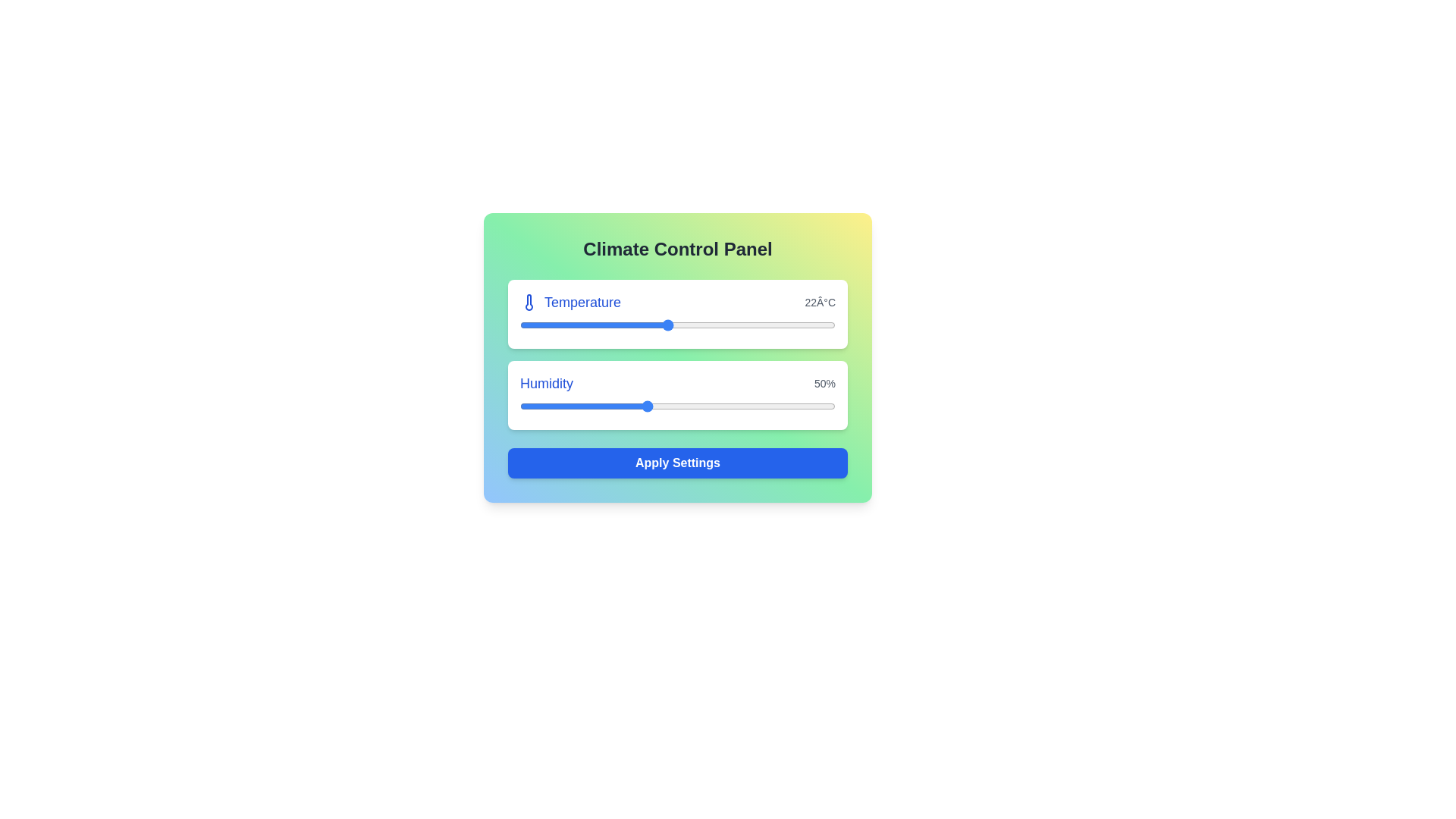 The image size is (1456, 819). I want to click on the temperature, so click(520, 324).